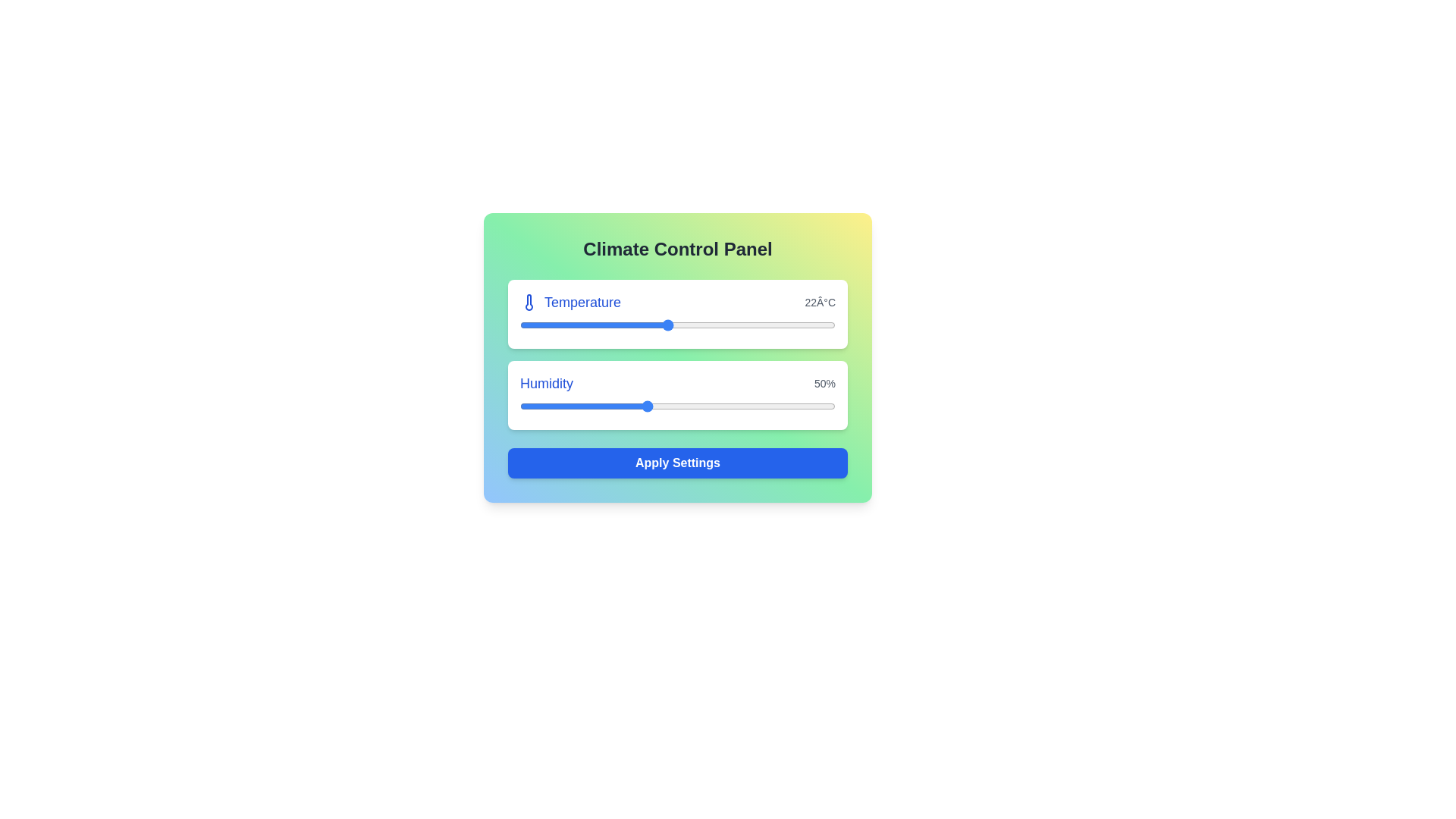 The image size is (1456, 819). I want to click on the temperature, so click(520, 324).